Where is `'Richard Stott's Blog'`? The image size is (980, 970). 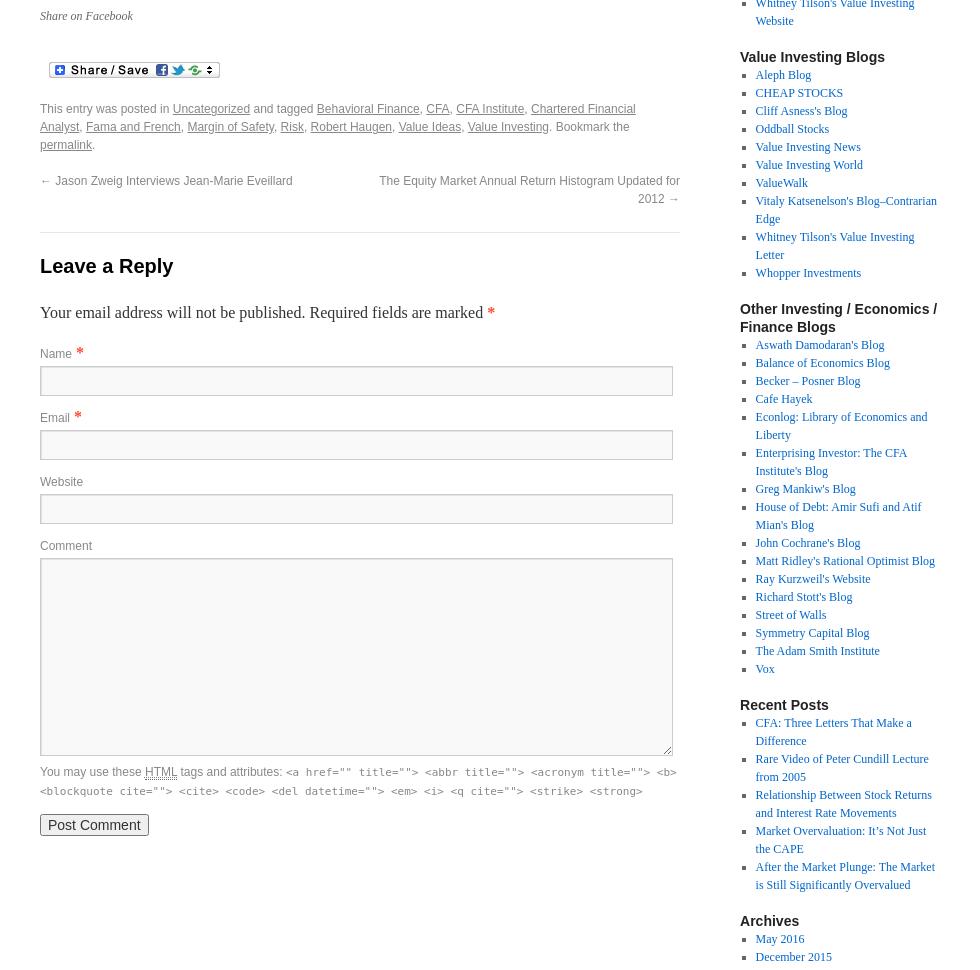 'Richard Stott's Blog' is located at coordinates (803, 597).